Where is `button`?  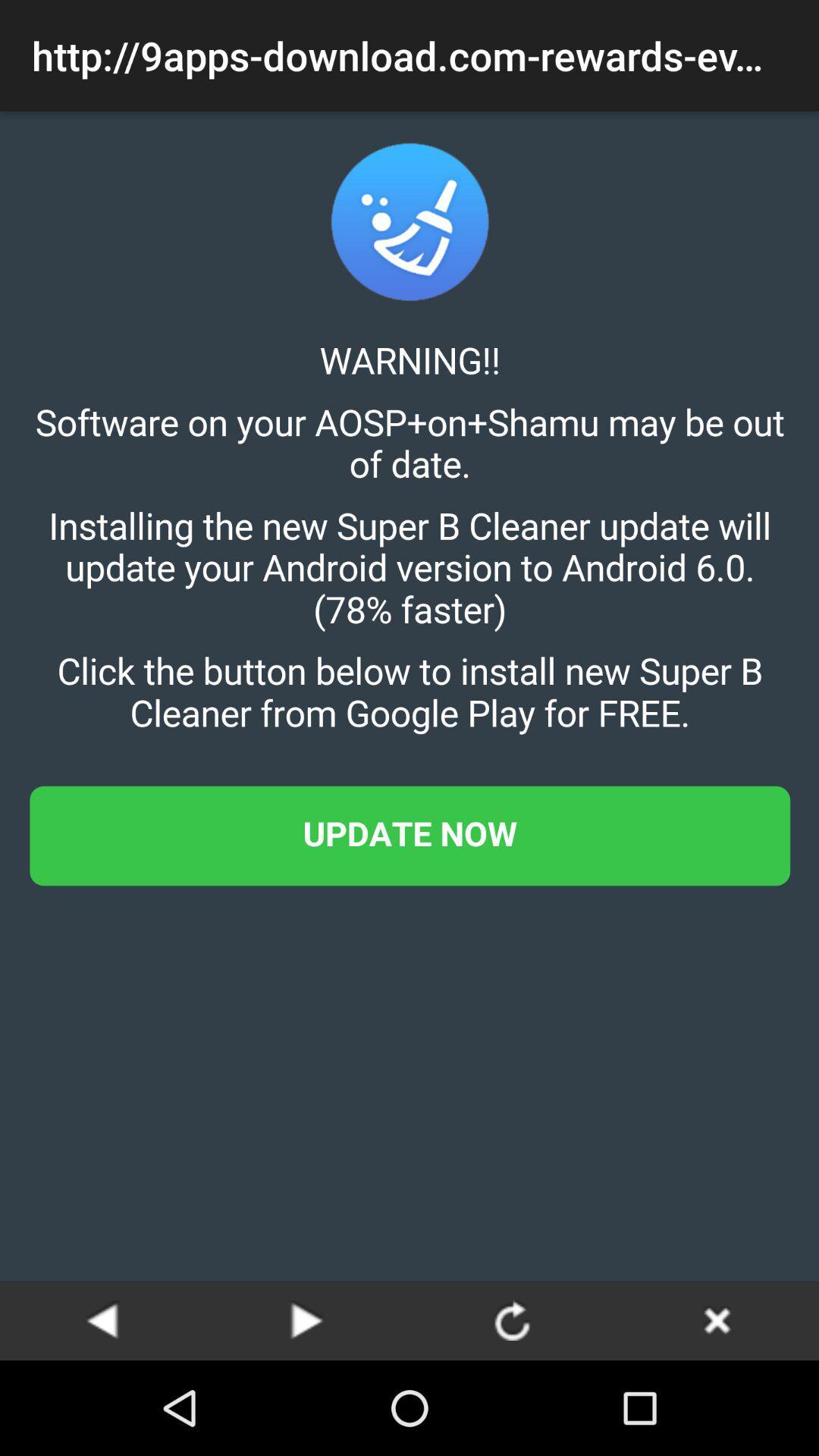
button is located at coordinates (717, 1319).